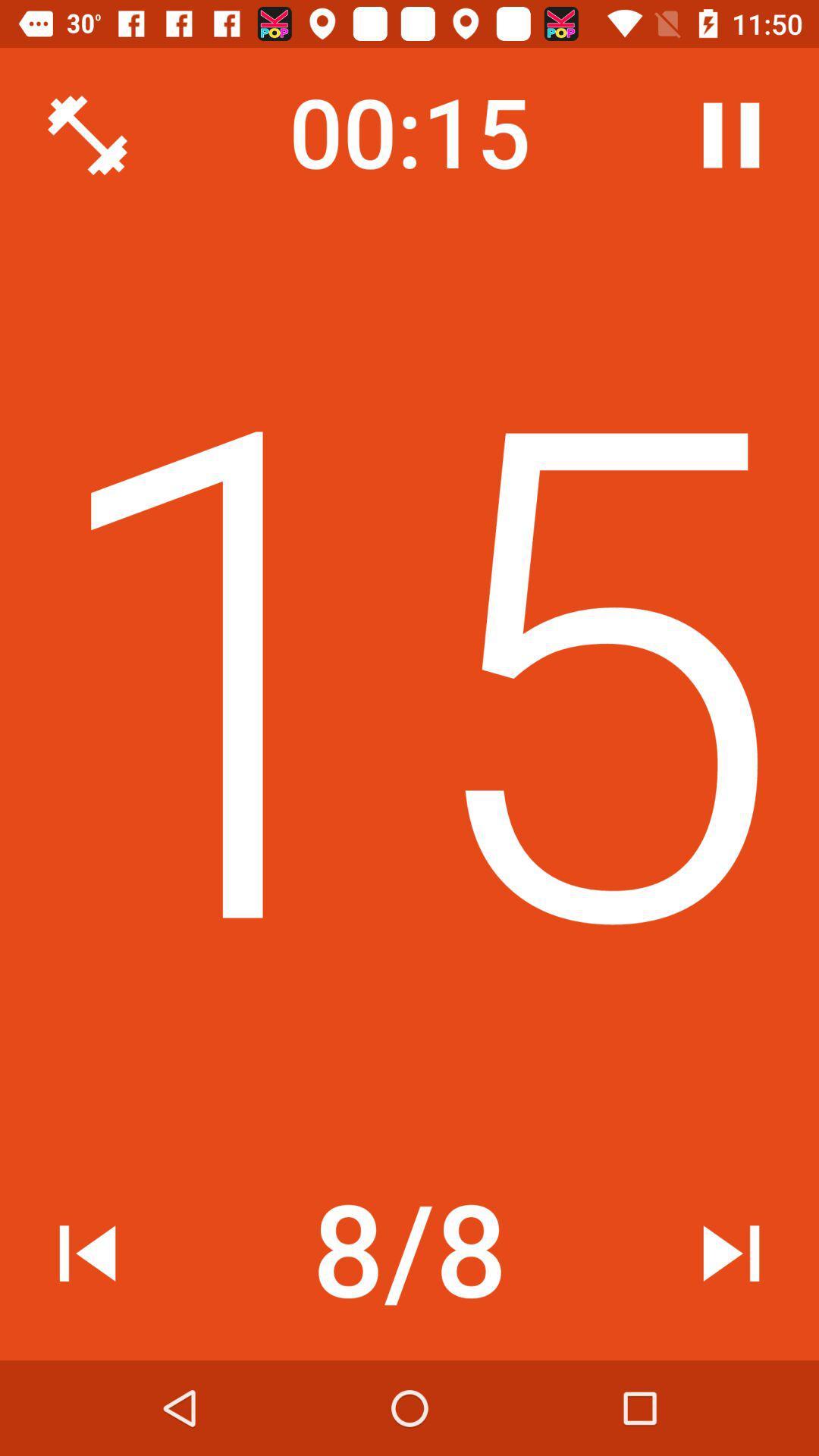 The height and width of the screenshot is (1456, 819). I want to click on icon at the top left corner, so click(87, 135).